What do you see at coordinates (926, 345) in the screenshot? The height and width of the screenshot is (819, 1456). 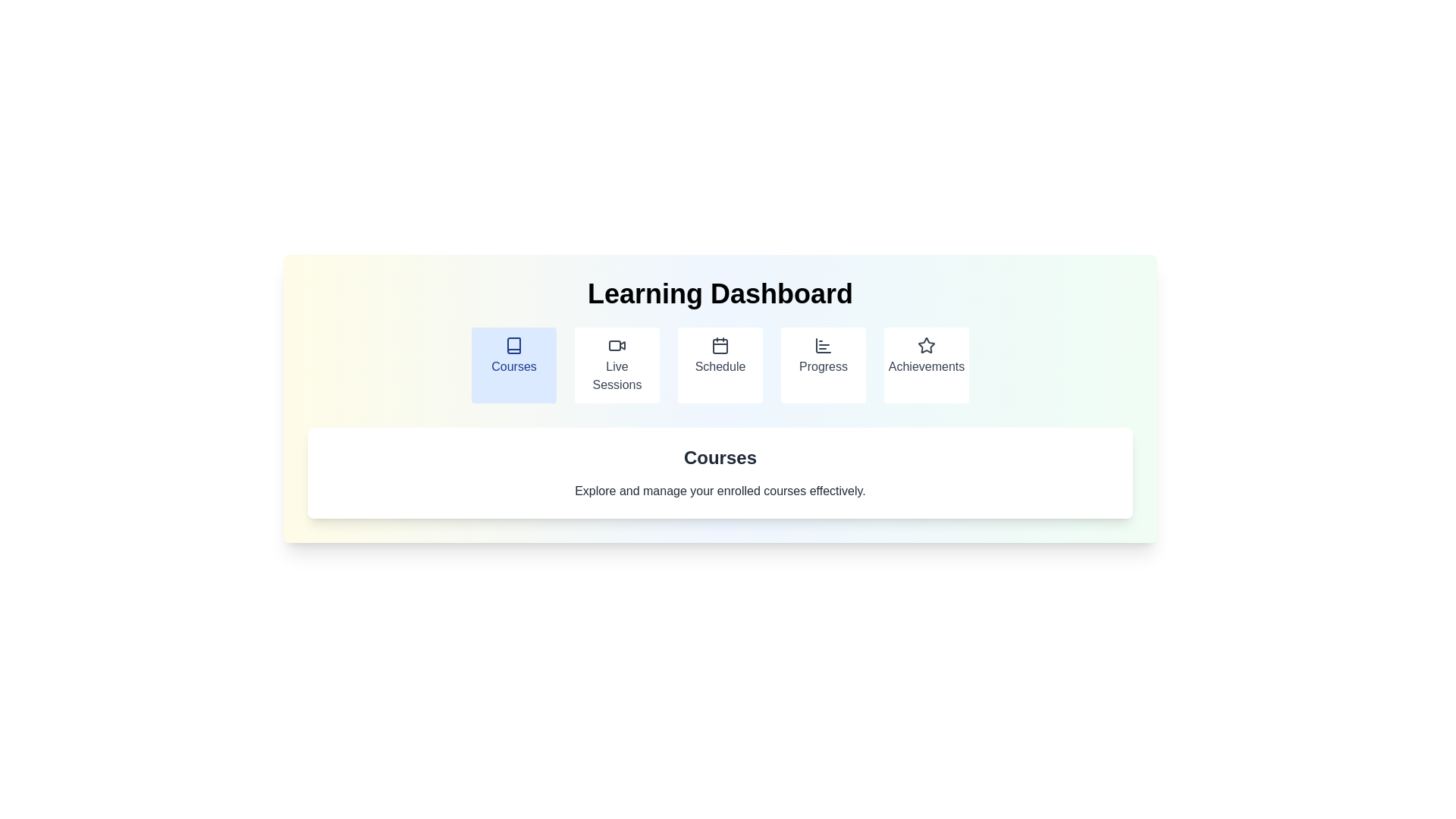 I see `the star outline icon representing the 'Achievements' section in the top navigation menu of the 'Learning Dashboard'` at bounding box center [926, 345].